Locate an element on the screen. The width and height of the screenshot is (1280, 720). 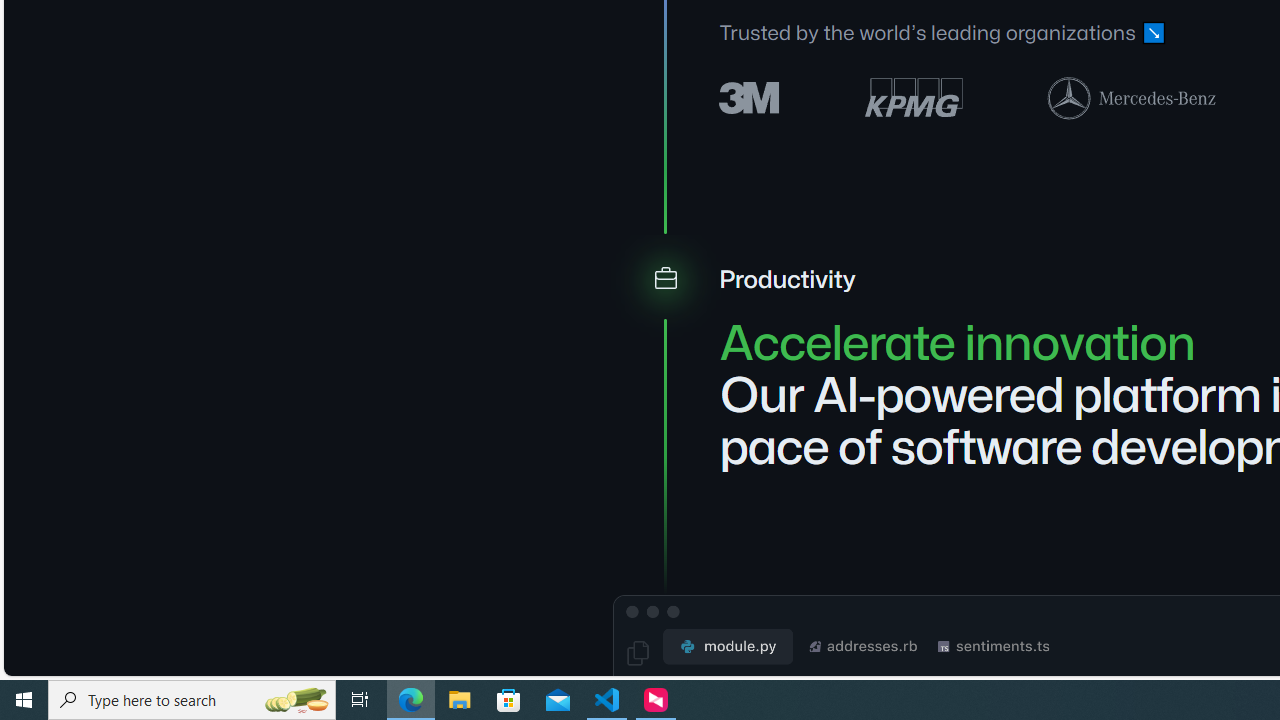
'Start' is located at coordinates (24, 698).